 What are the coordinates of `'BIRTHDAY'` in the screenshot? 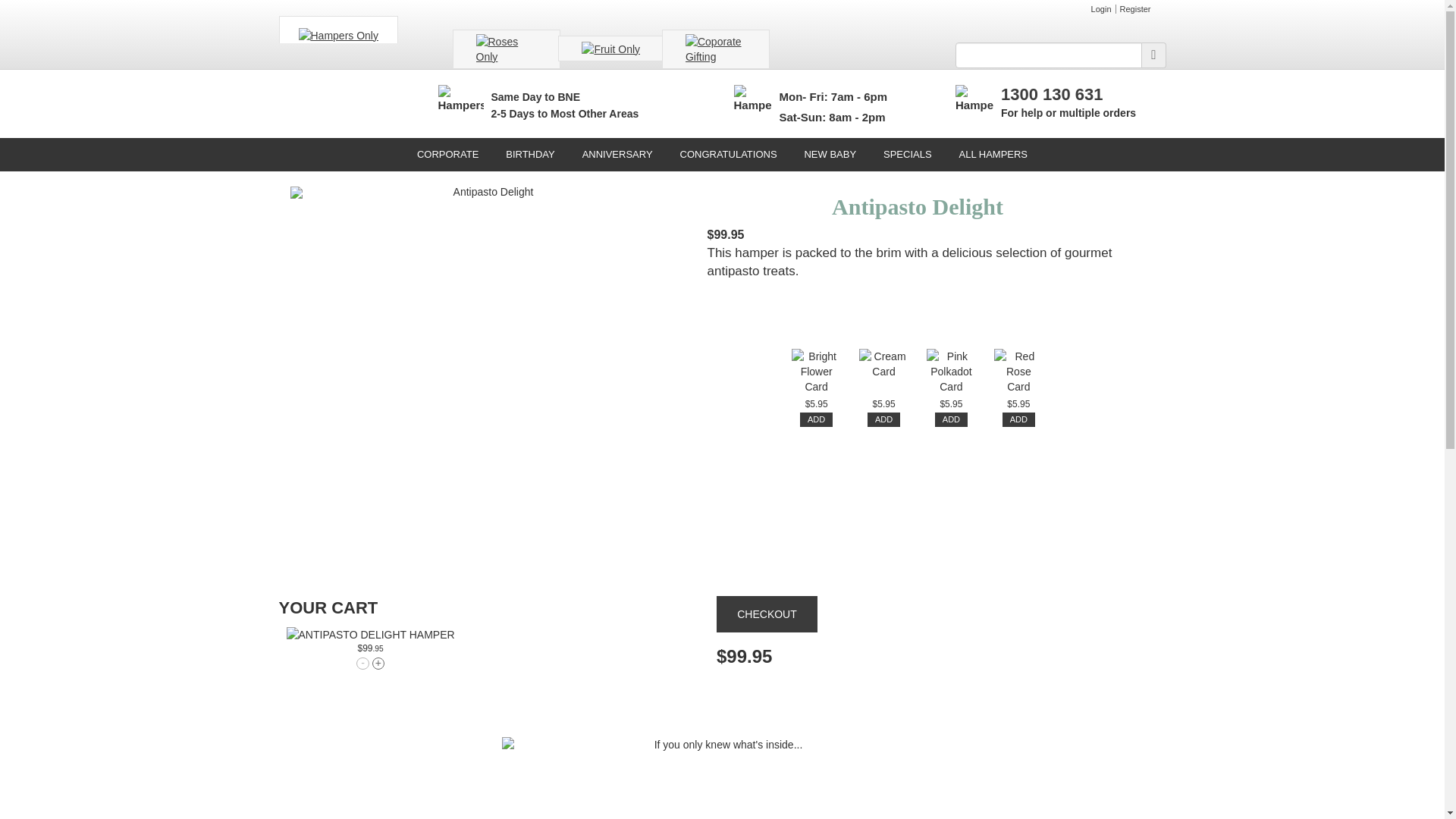 It's located at (530, 155).